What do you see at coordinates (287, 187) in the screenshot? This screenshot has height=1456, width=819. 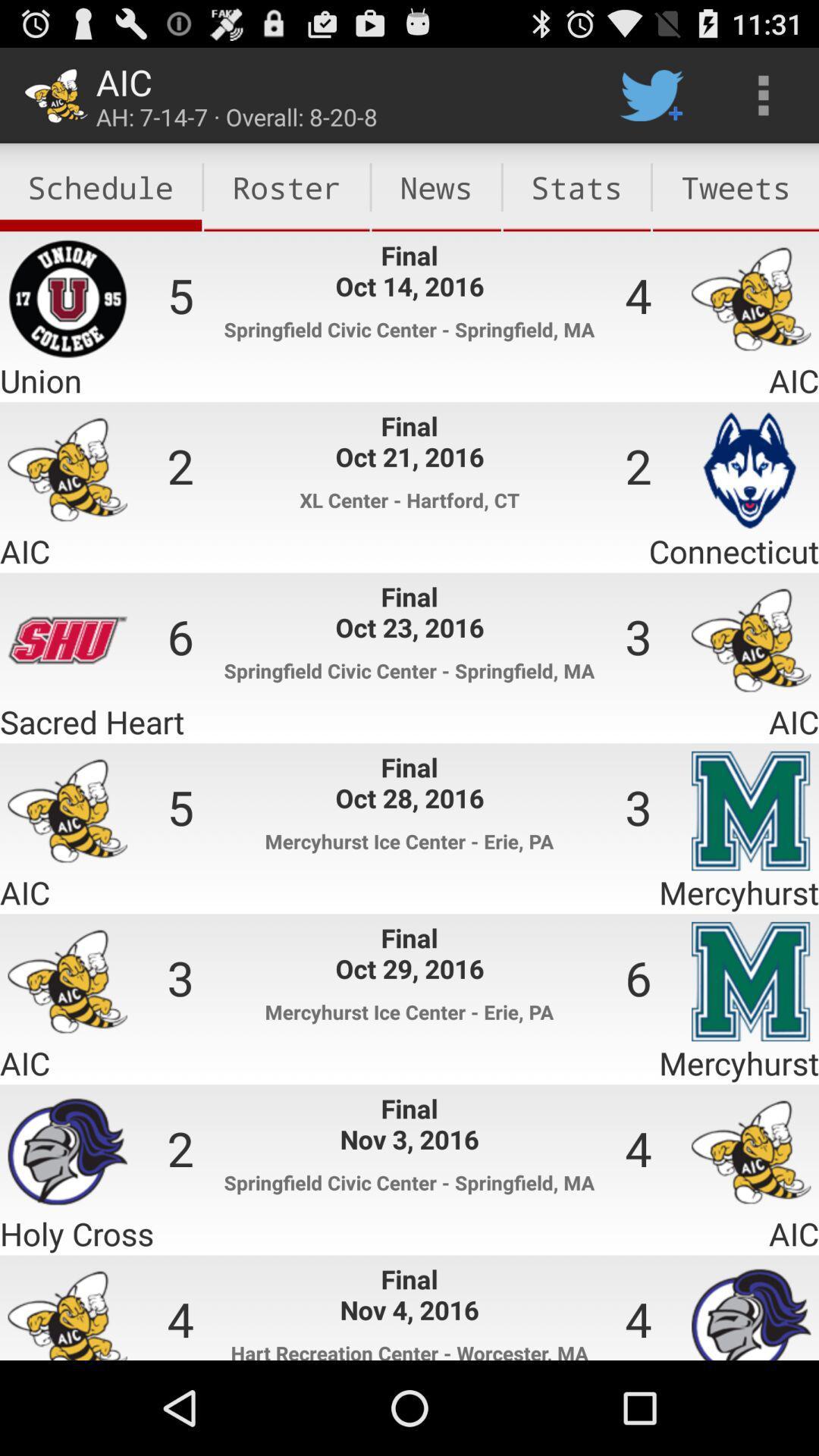 I see `the app below the ah 7 14 item` at bounding box center [287, 187].